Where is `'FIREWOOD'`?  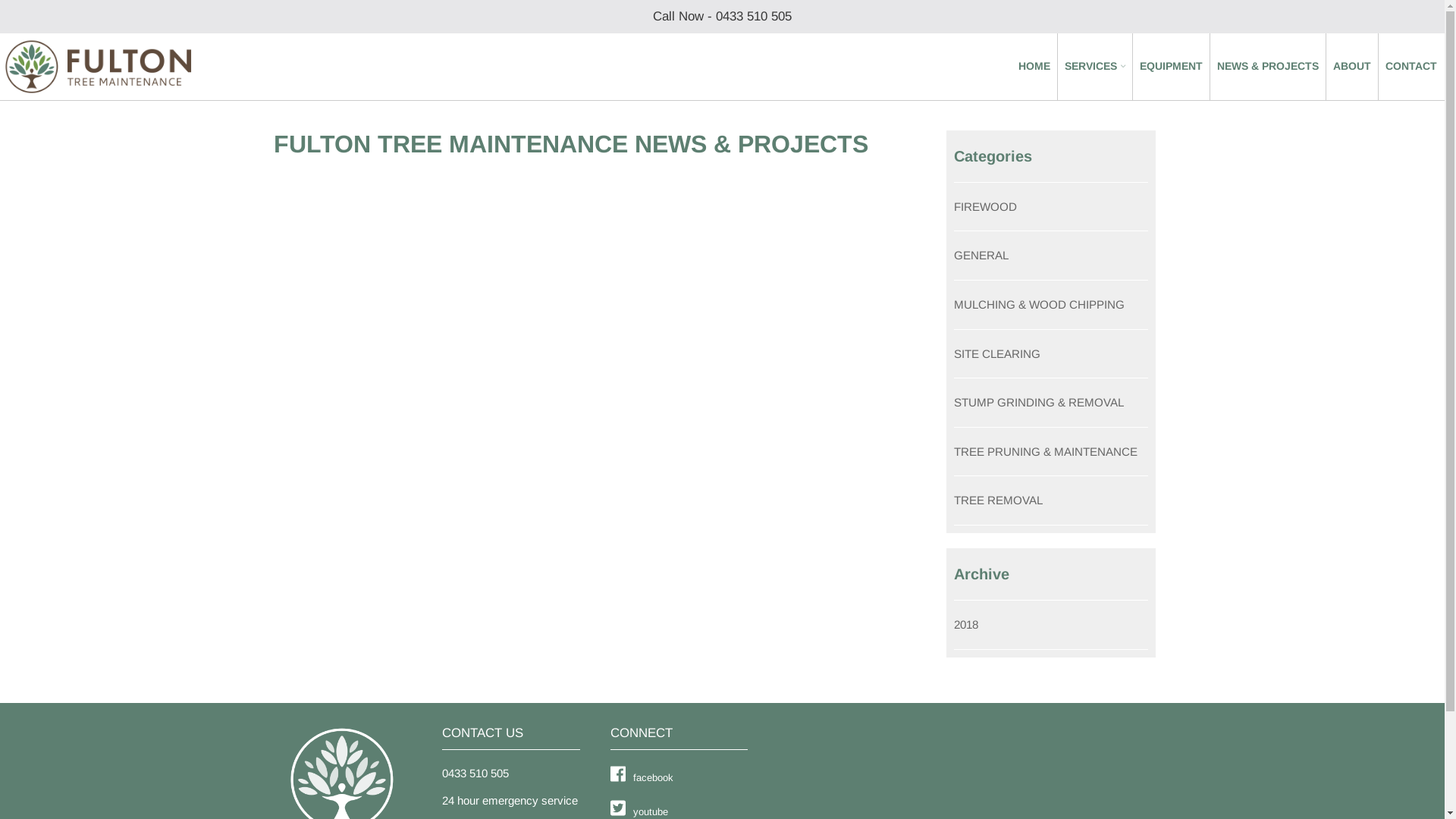
'FIREWOOD' is located at coordinates (985, 206).